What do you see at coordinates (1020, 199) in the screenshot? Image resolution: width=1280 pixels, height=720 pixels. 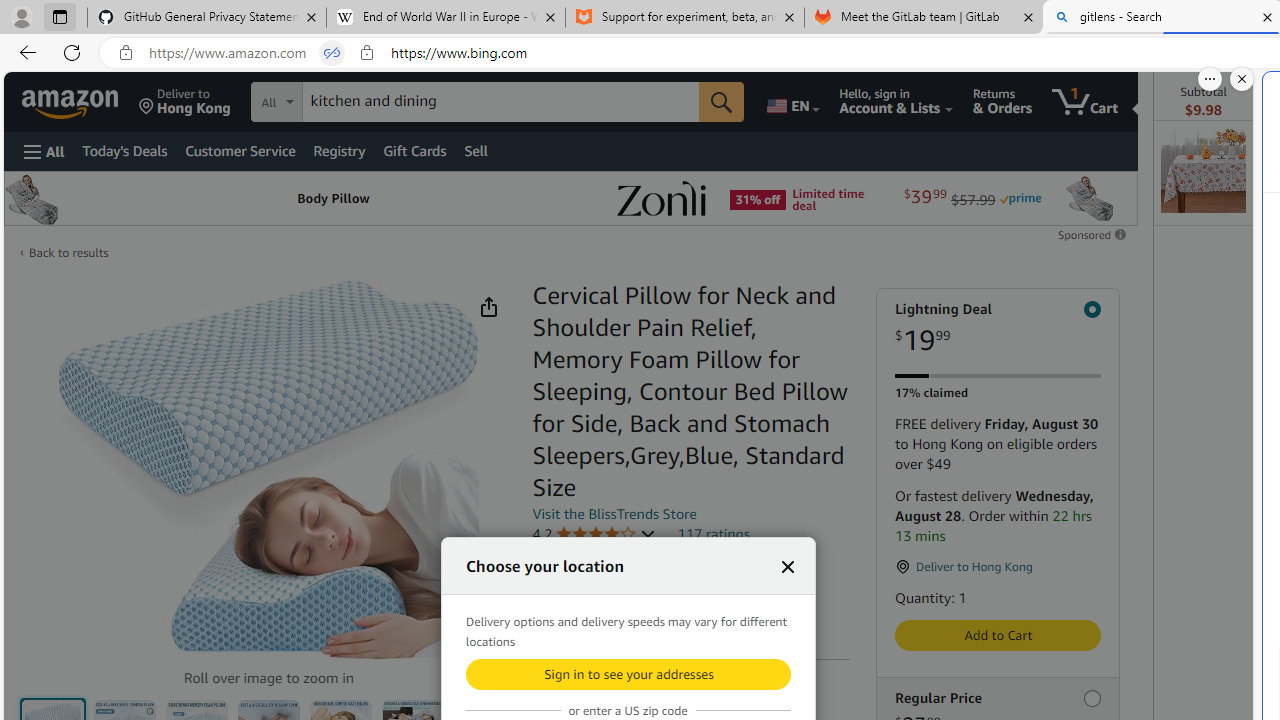 I see `'Prime'` at bounding box center [1020, 199].